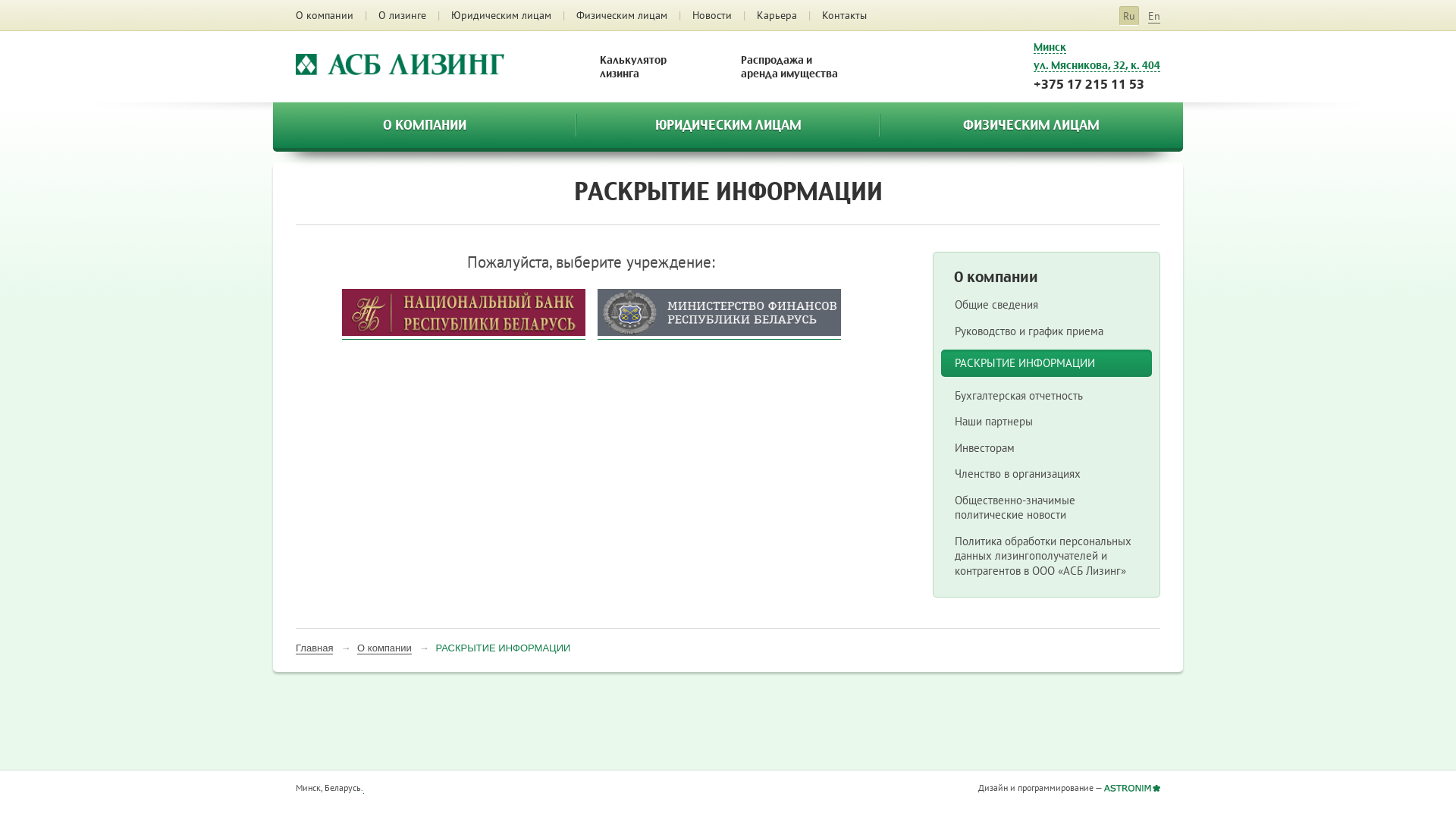 The image size is (1456, 819). I want to click on 'En', so click(1153, 16).